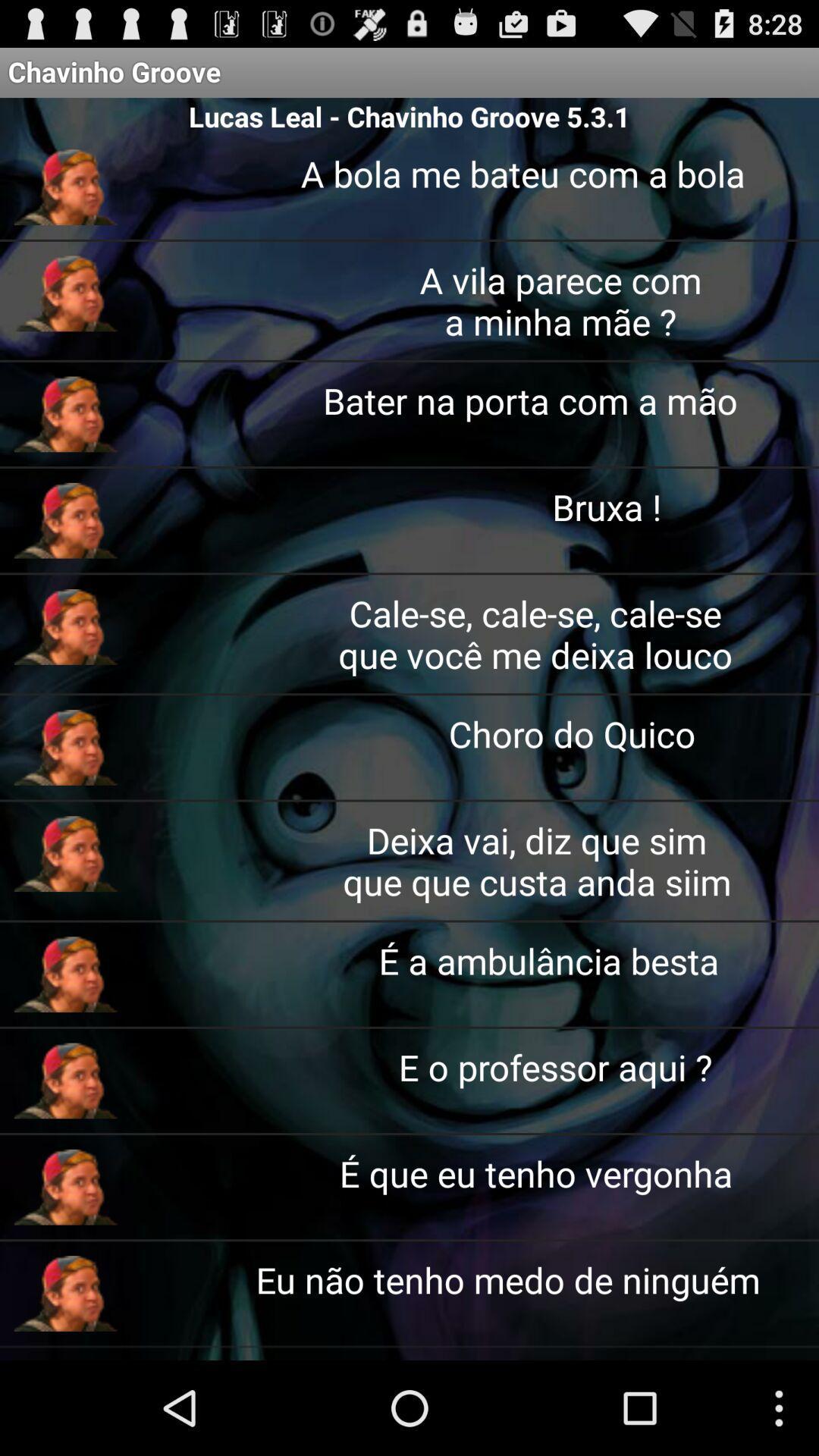  What do you see at coordinates (65, 1292) in the screenshot?
I see `the image on the bottom left corner of the web page` at bounding box center [65, 1292].